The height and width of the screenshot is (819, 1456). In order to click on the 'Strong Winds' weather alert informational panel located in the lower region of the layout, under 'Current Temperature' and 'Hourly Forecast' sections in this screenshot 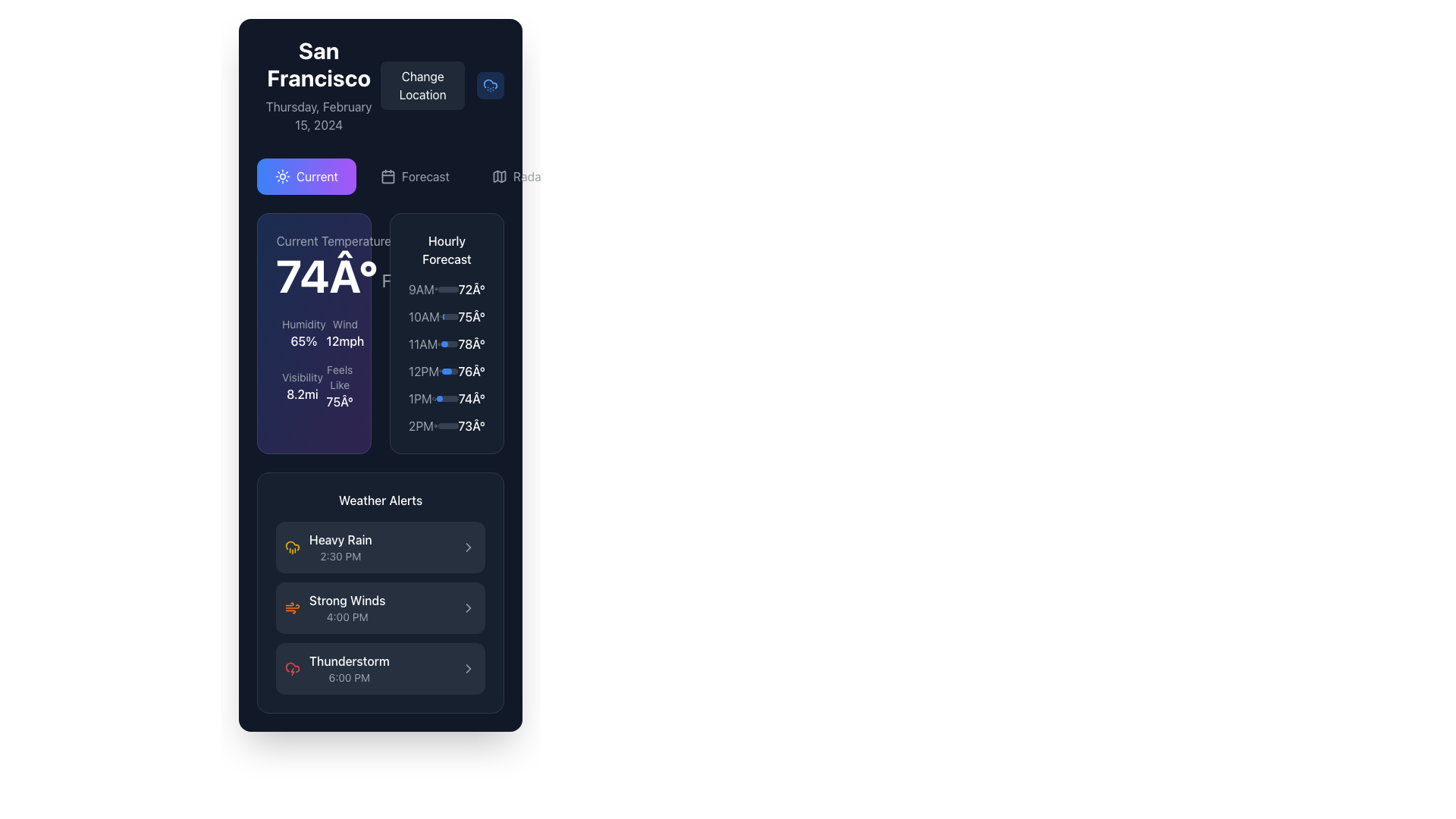, I will do `click(381, 592)`.